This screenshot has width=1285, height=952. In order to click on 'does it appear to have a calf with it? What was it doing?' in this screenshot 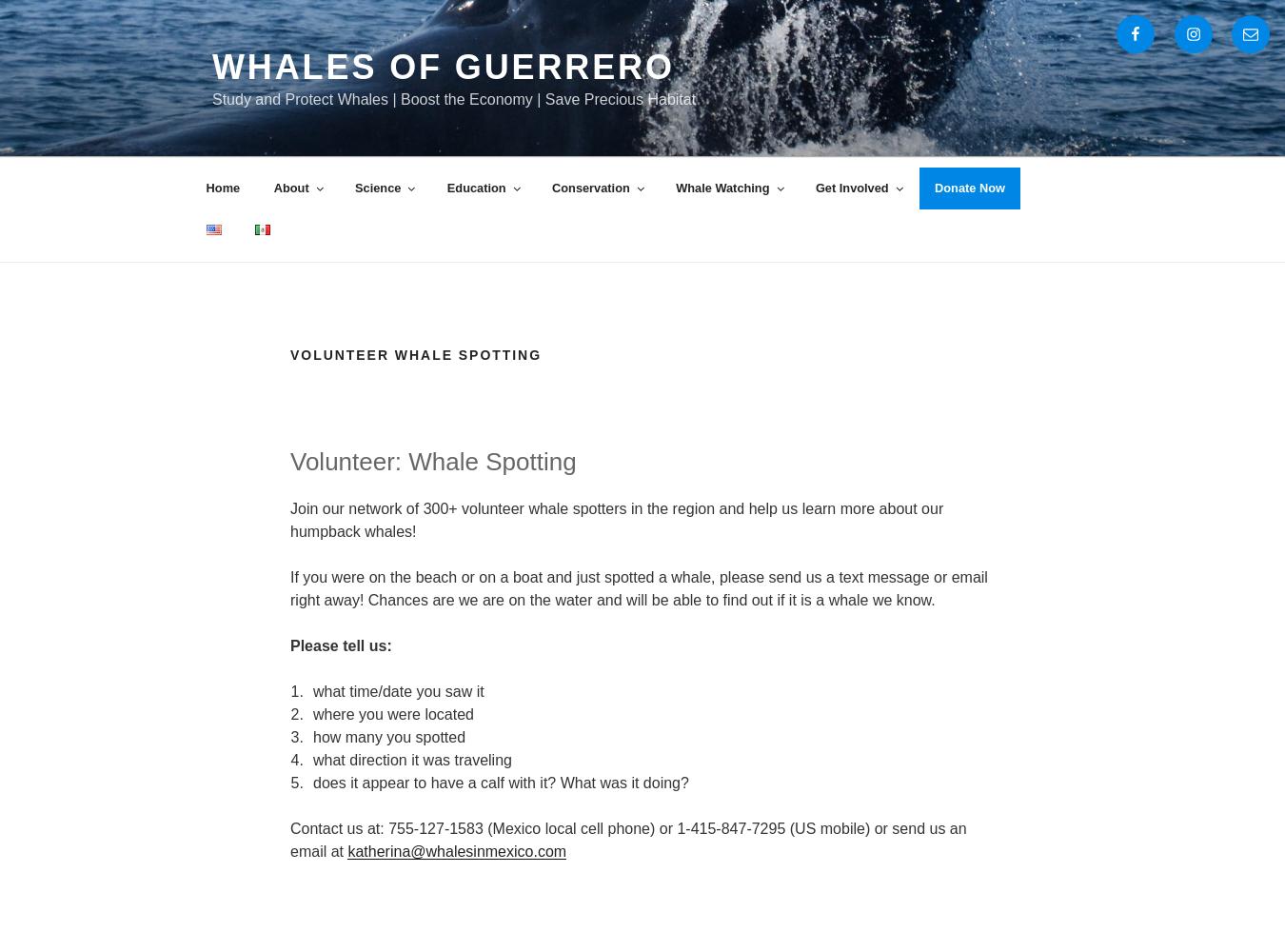, I will do `click(311, 781)`.